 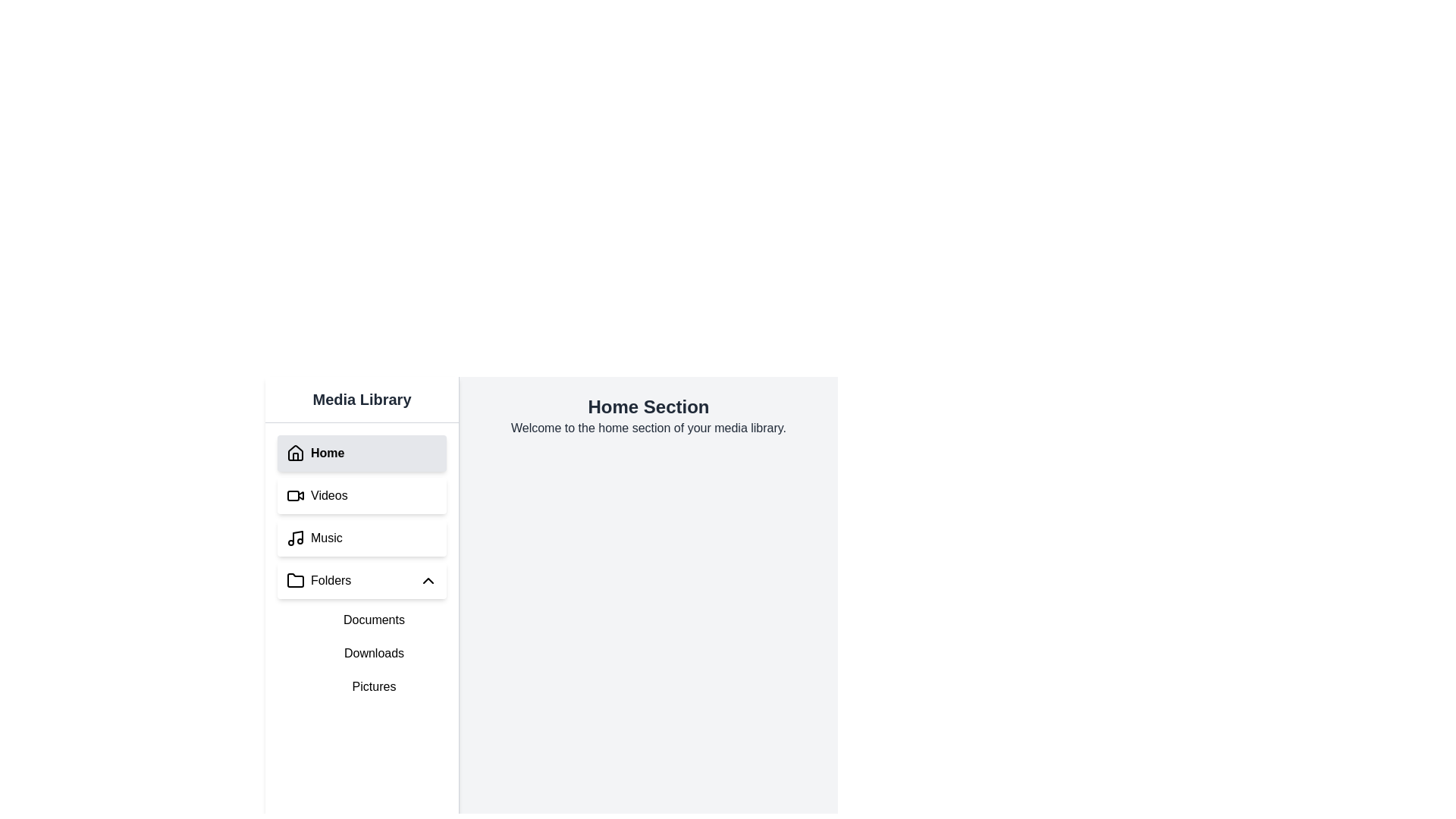 I want to click on the text label for the fourth item in the vertical navigation menu, which indicates managing or exploring folders, located in the 'Media Library' section, so click(x=330, y=580).